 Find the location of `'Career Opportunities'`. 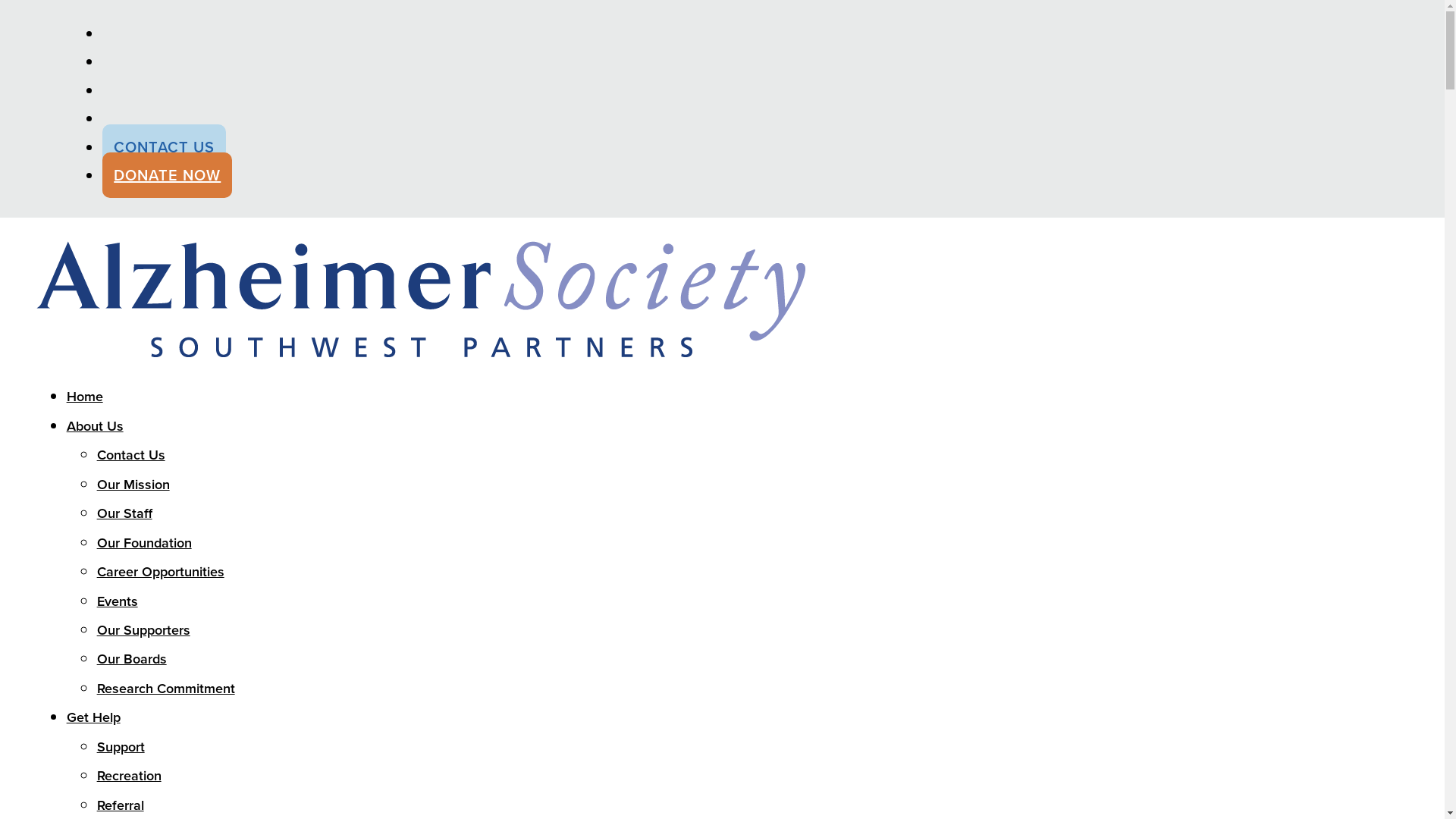

'Career Opportunities' is located at coordinates (160, 571).